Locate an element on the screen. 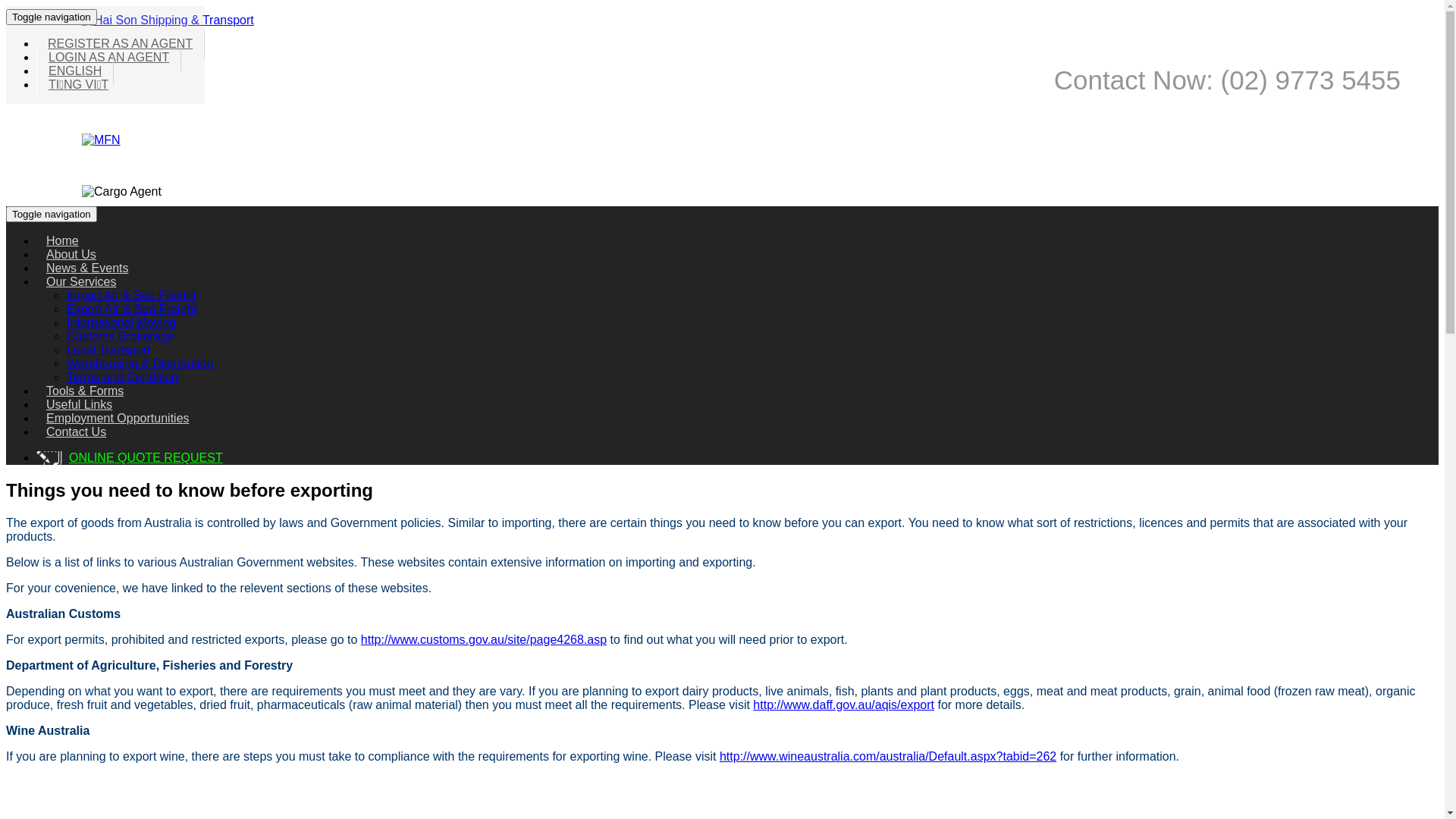 The image size is (1456, 819). 'http://www.customs.gov.au/site/page4268.asp' is located at coordinates (483, 639).